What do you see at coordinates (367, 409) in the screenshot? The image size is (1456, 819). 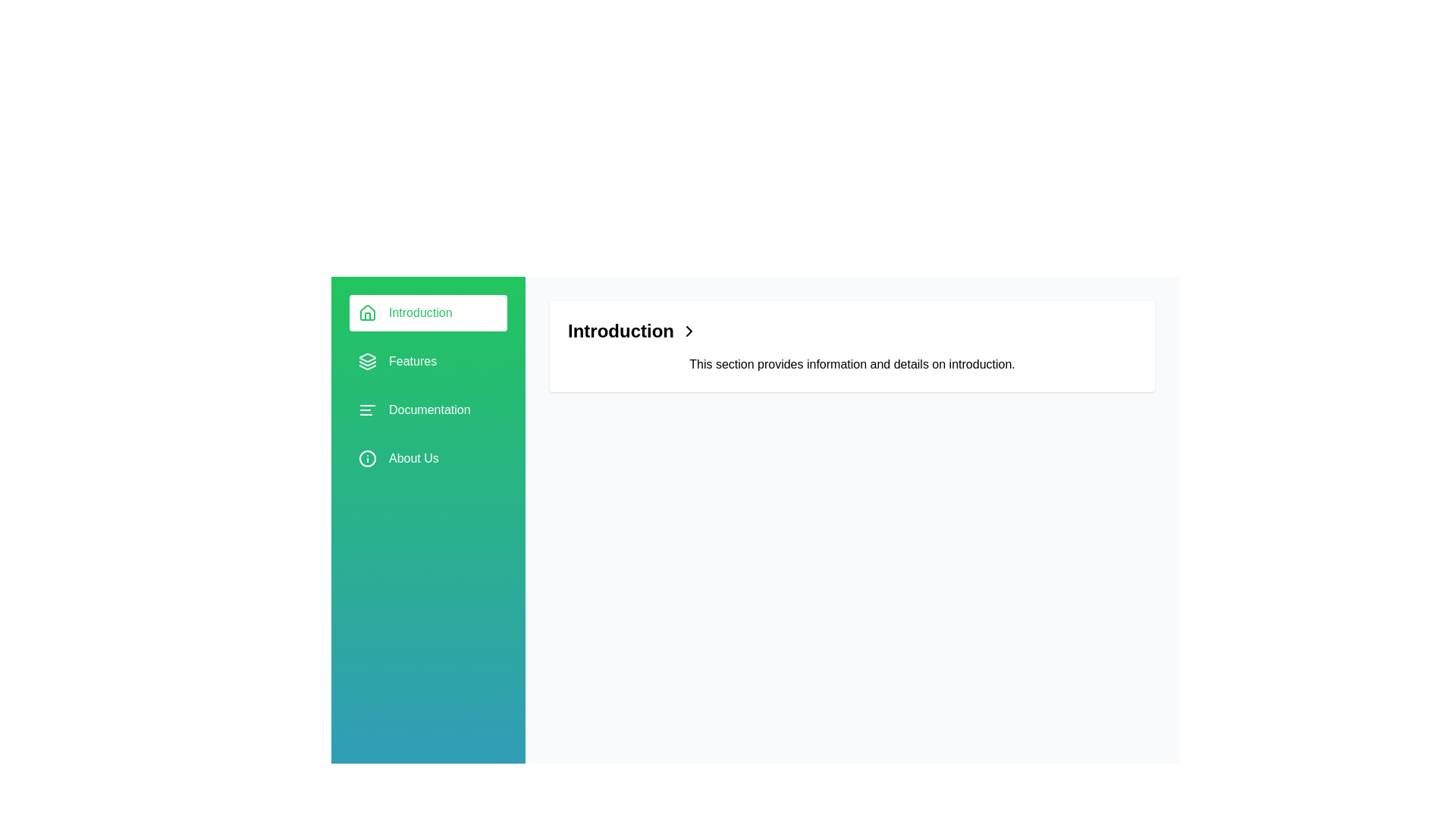 I see `the decorative icon next to the 'Documentation' sidebar option, which is located in a vertical list under 'Features' and above 'About Us'` at bounding box center [367, 409].